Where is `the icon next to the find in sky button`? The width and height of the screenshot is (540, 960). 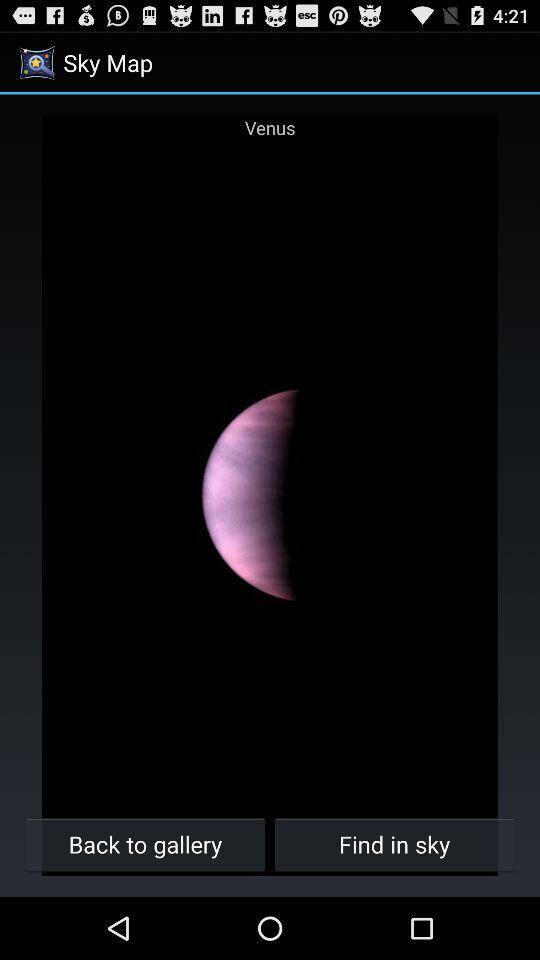 the icon next to the find in sky button is located at coordinates (144, 843).